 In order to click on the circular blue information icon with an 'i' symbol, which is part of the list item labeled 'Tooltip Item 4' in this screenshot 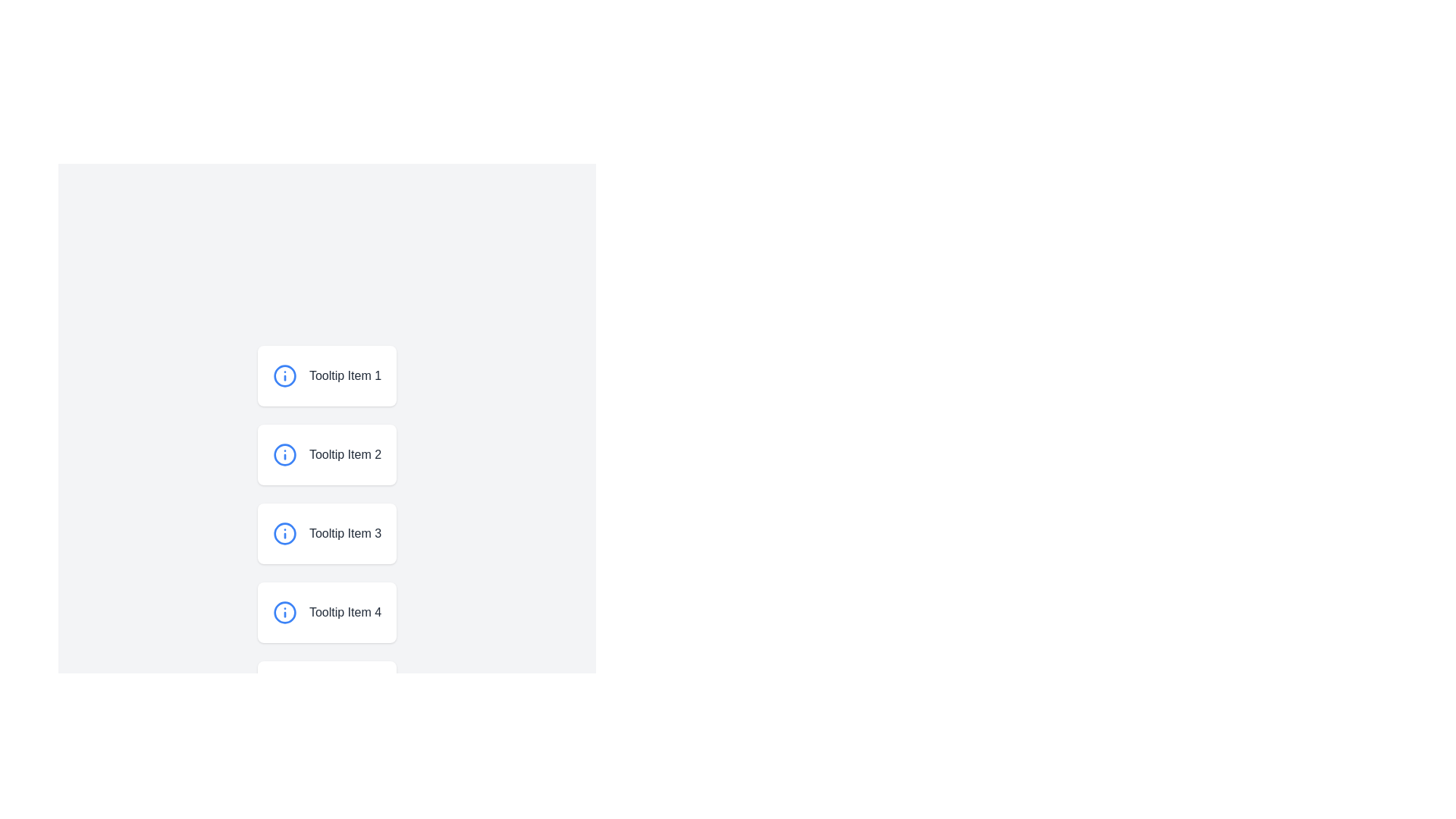, I will do `click(284, 611)`.